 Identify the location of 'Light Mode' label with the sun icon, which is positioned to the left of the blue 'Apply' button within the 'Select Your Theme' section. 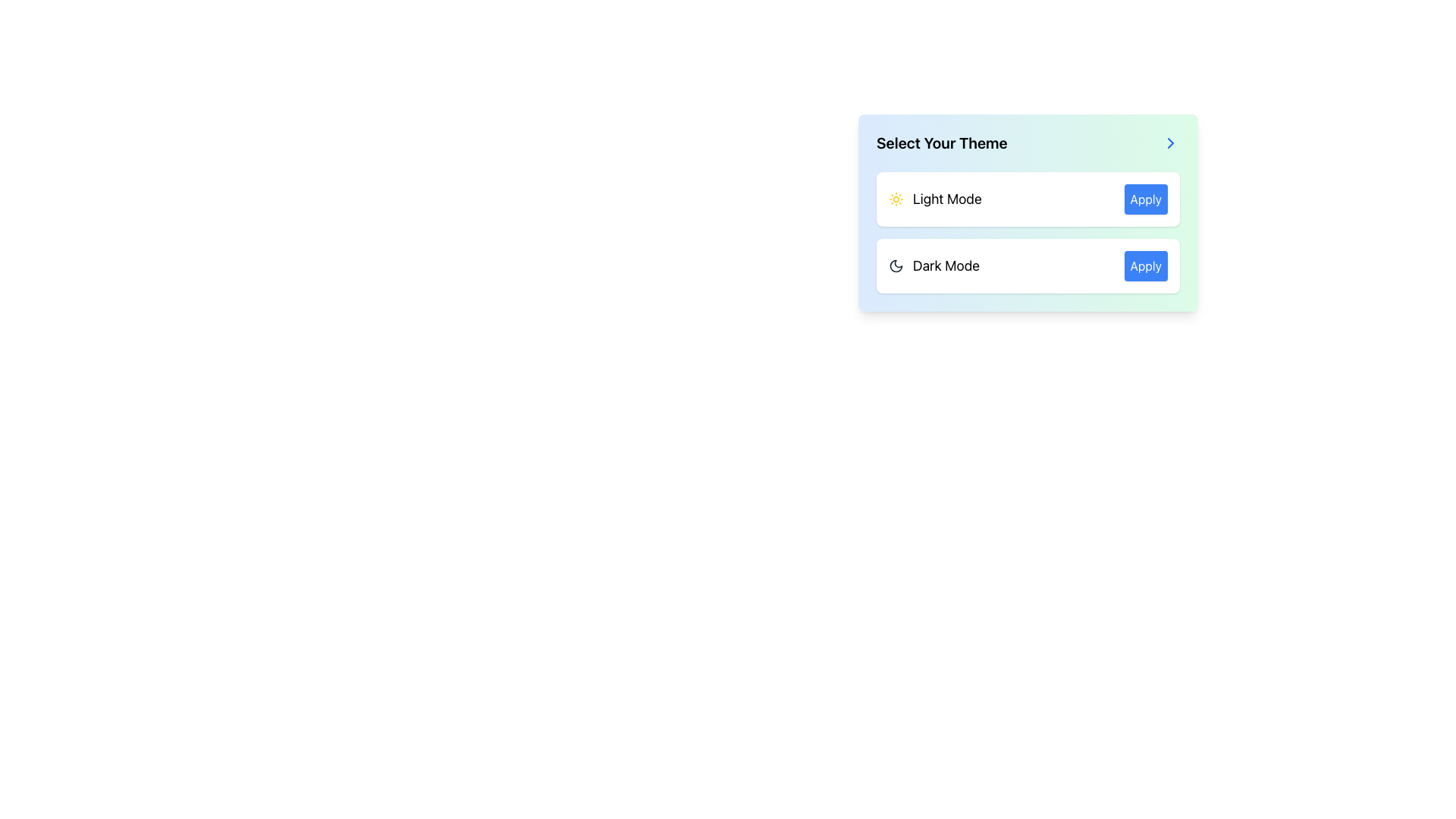
(934, 198).